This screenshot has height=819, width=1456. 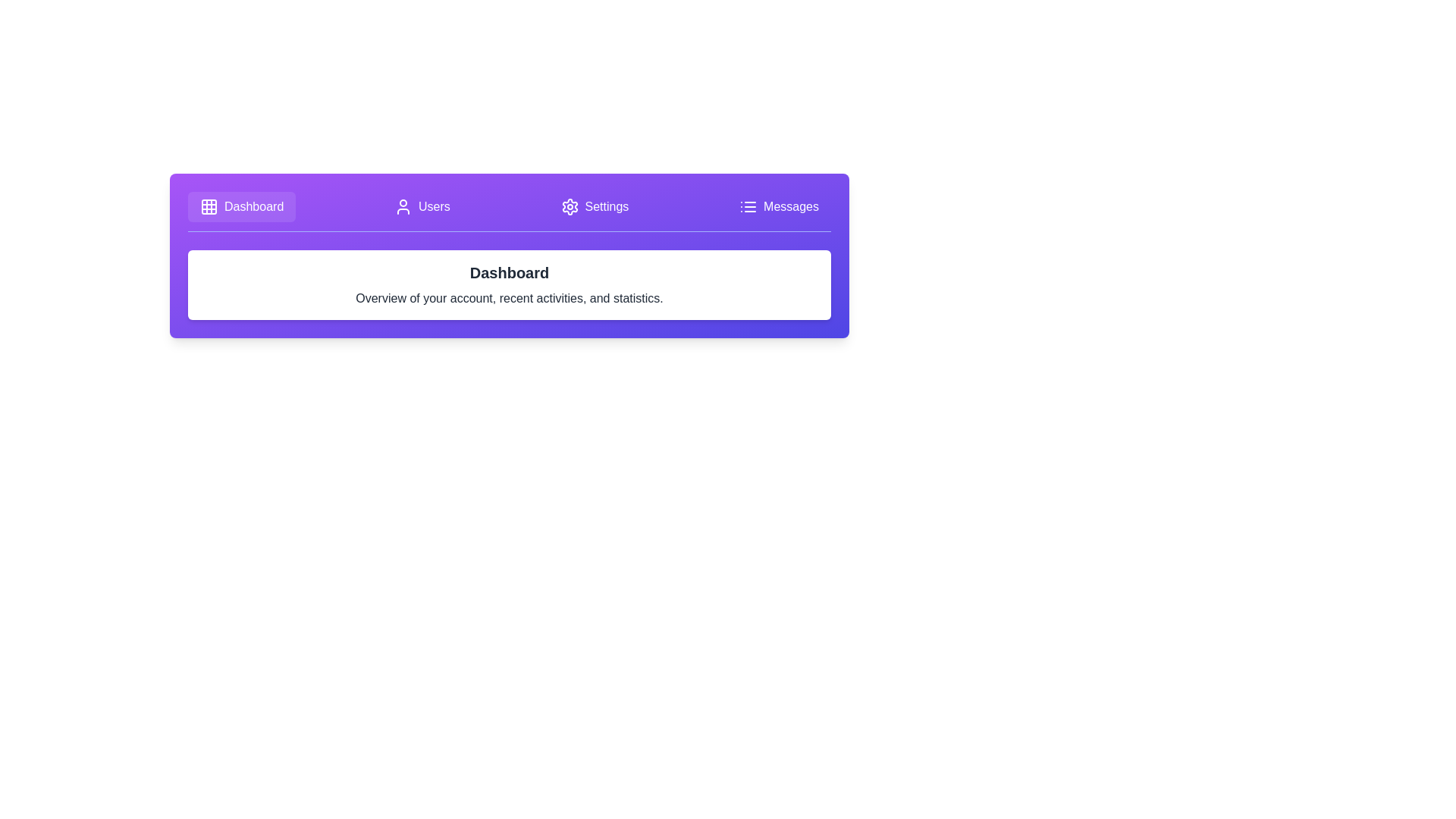 I want to click on the 'Users' button in the navigation bar, so click(x=422, y=207).